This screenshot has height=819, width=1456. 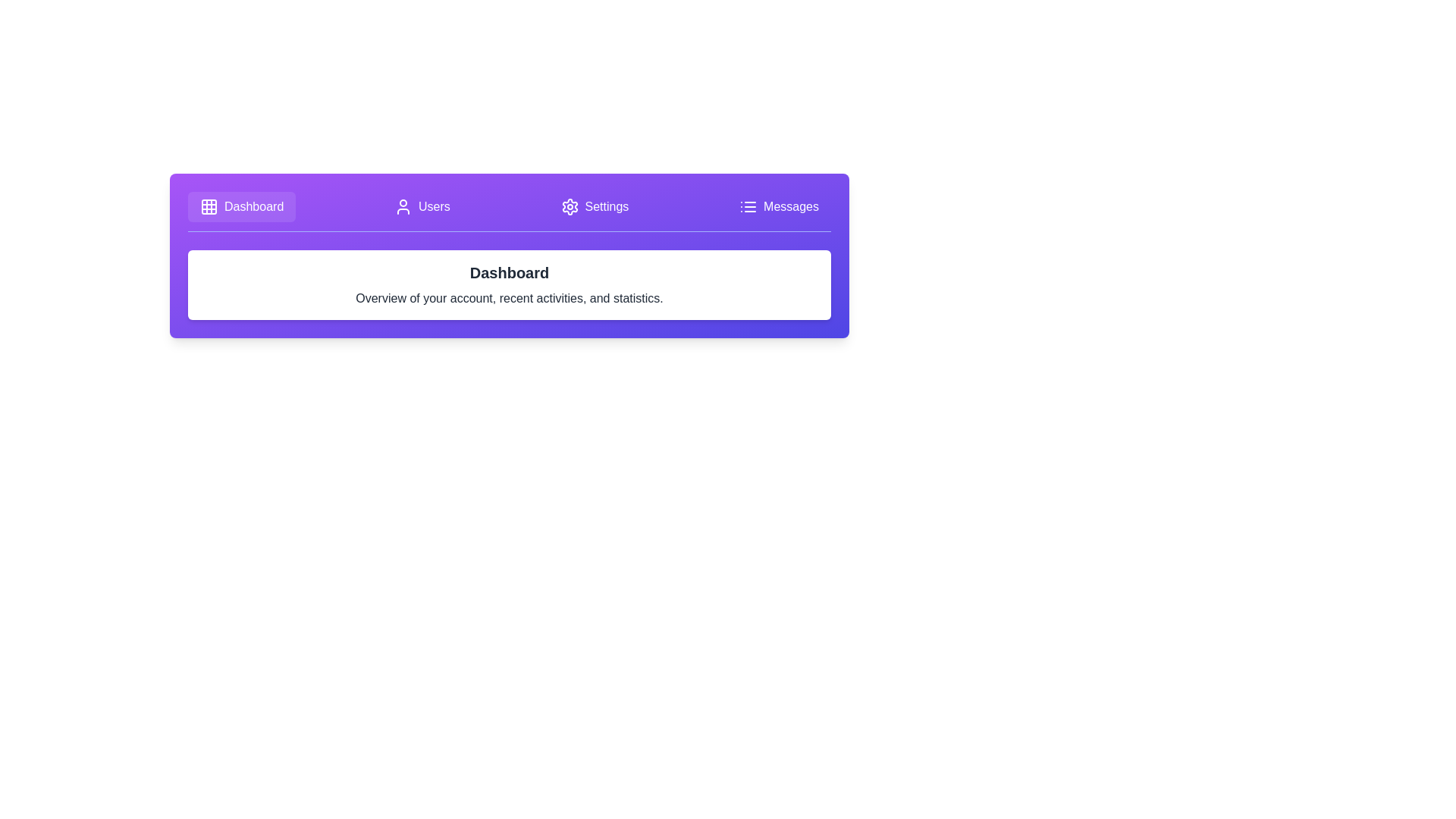 I want to click on the 'Users' button in the navigation bar, so click(x=422, y=207).